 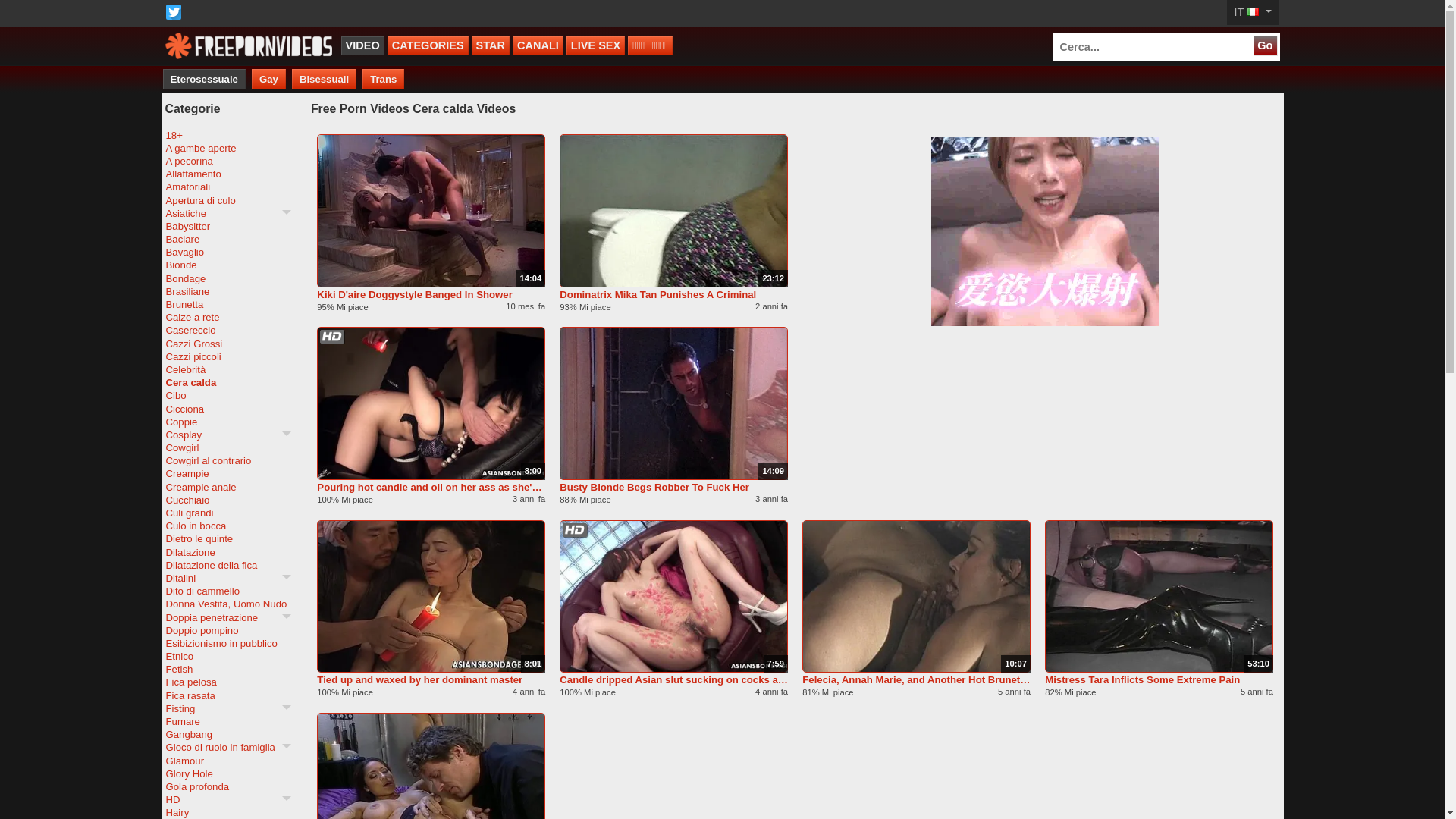 I want to click on '53:10', so click(x=1158, y=595).